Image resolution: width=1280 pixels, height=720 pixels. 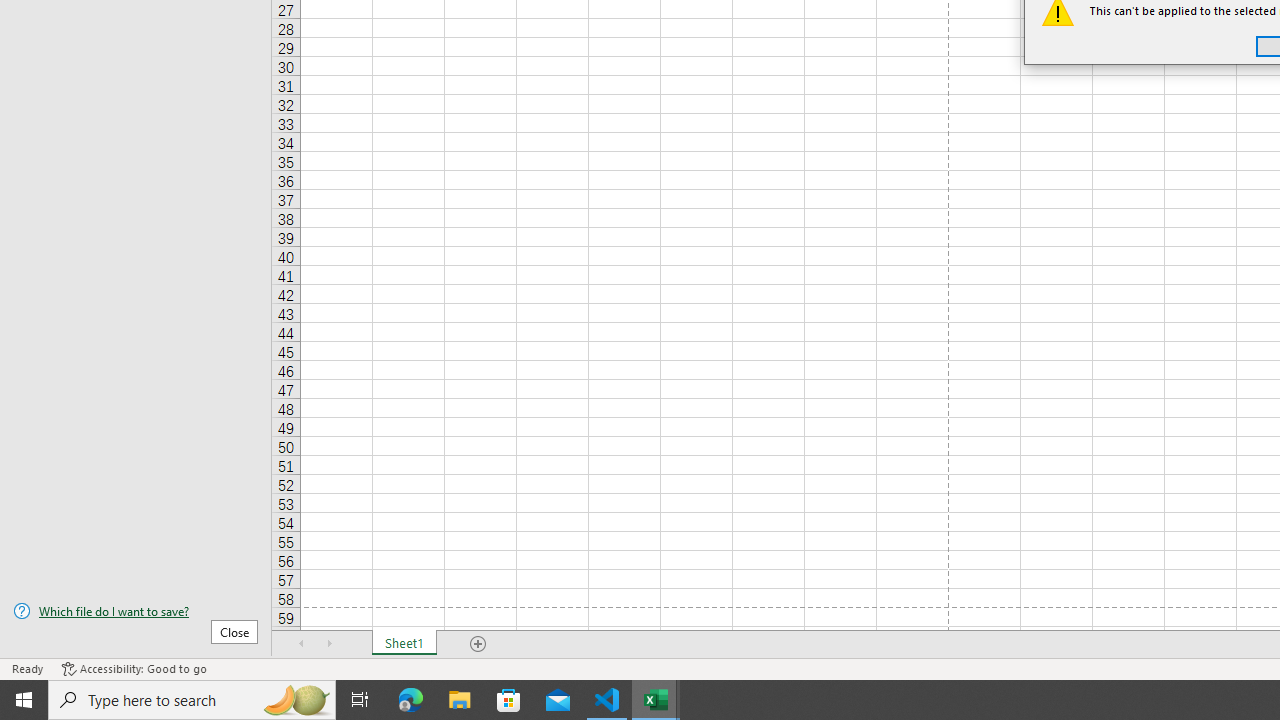 I want to click on 'Close', so click(x=234, y=631).